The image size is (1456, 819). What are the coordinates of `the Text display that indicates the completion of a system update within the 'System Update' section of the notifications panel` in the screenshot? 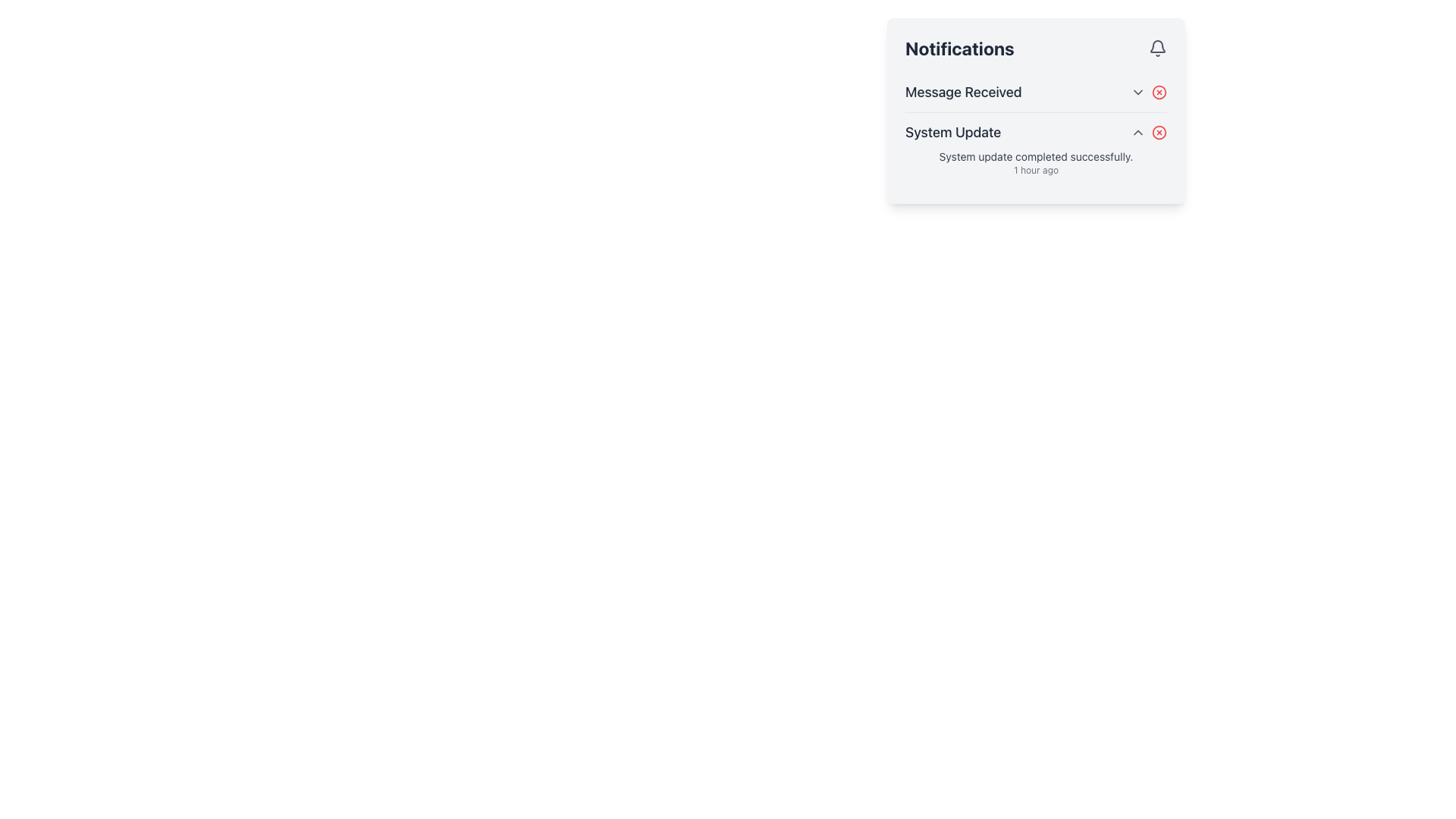 It's located at (1035, 163).